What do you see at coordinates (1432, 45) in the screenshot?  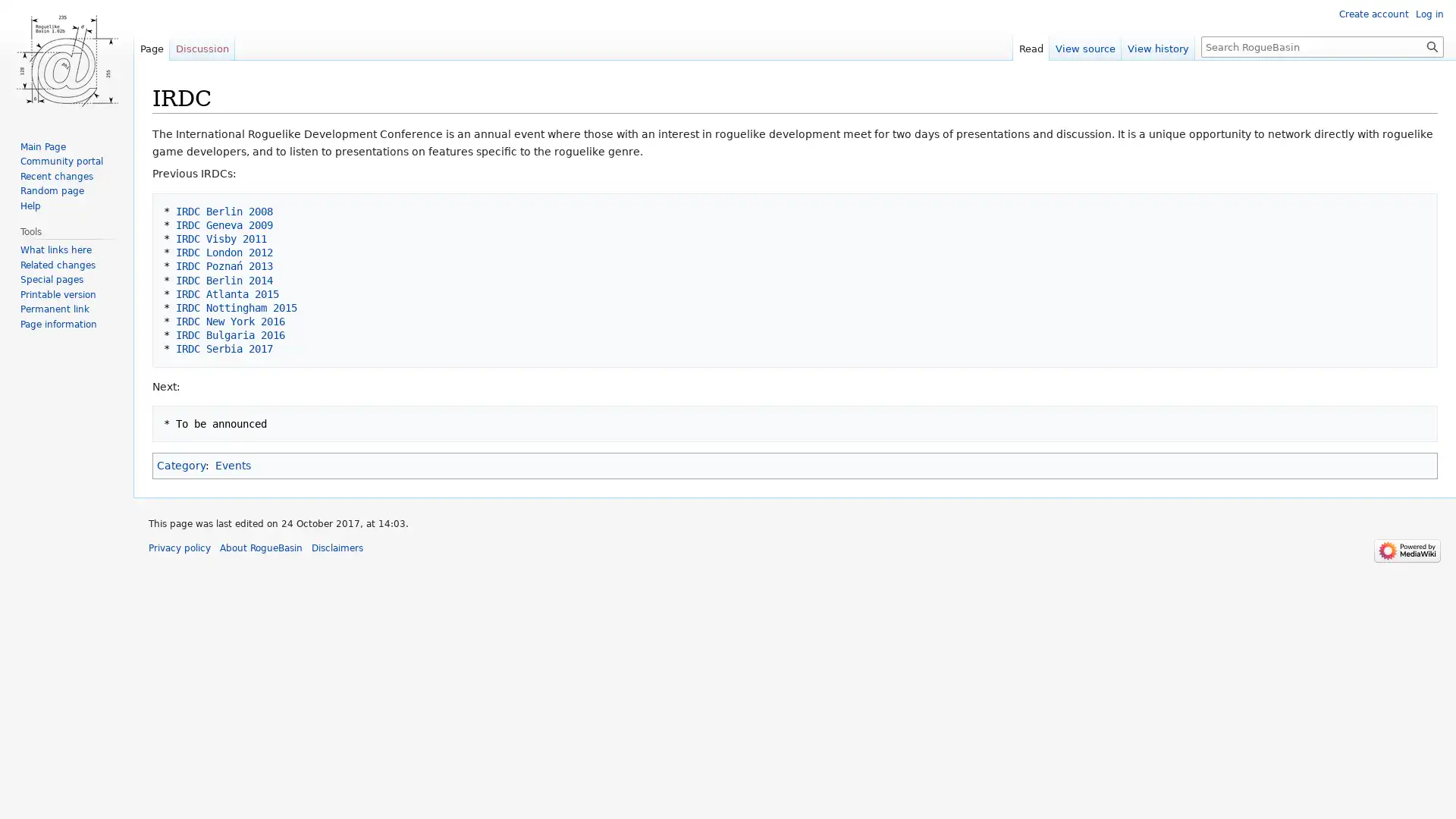 I see `Go` at bounding box center [1432, 45].